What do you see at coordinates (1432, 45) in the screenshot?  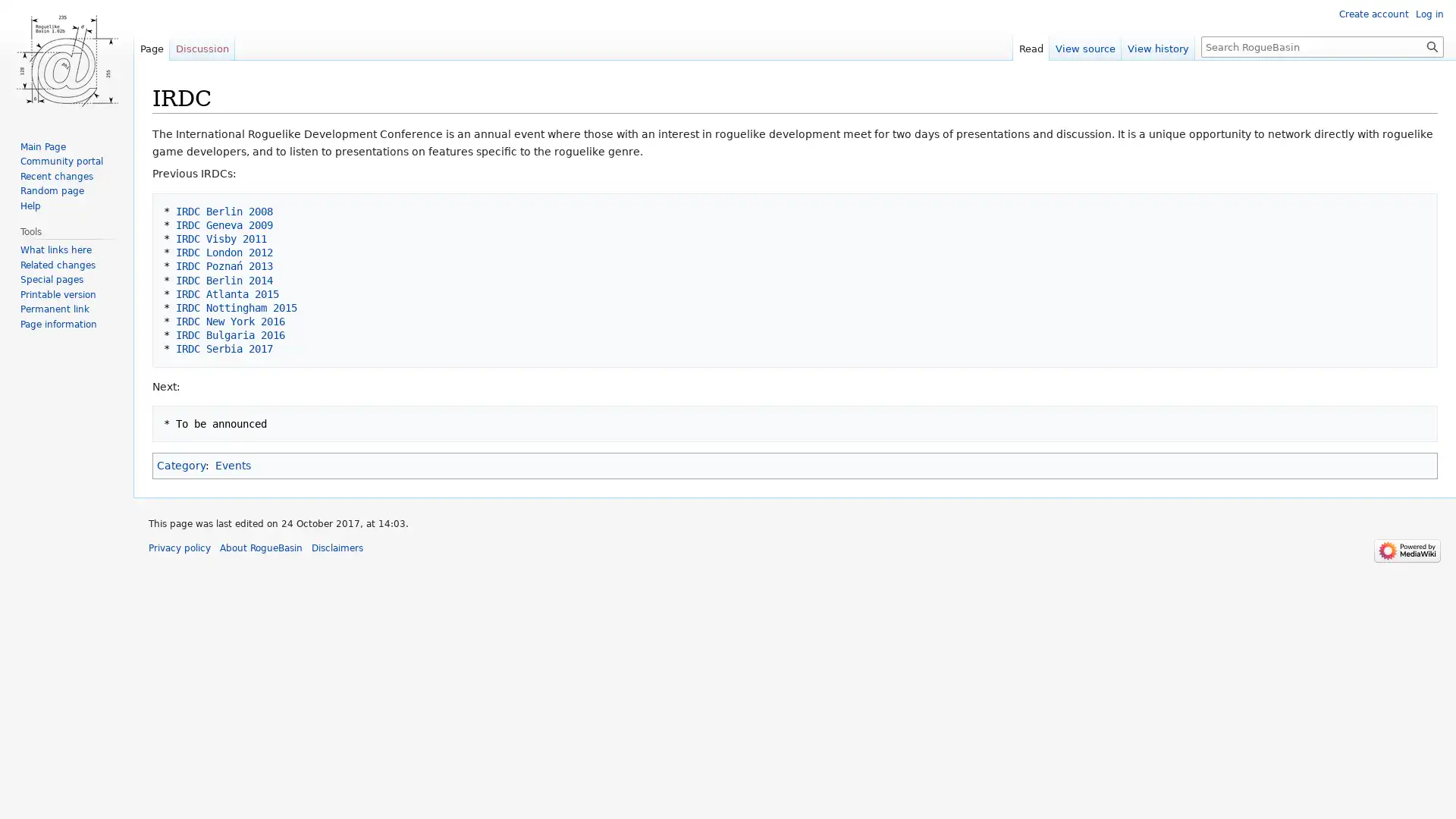 I see `Go` at bounding box center [1432, 45].